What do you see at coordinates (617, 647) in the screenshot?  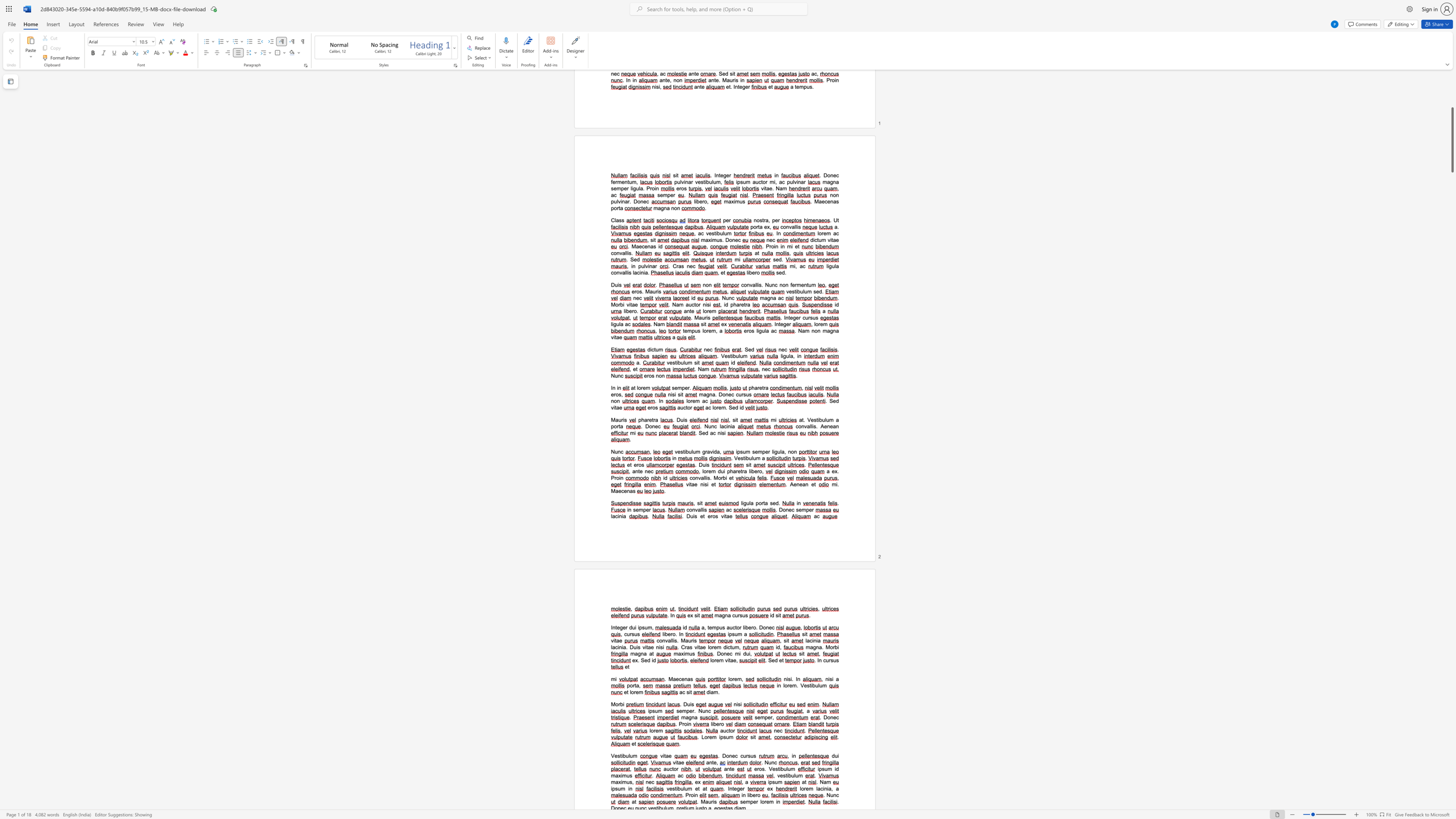 I see `the space between the continuous character "c" and "i" in the text` at bounding box center [617, 647].